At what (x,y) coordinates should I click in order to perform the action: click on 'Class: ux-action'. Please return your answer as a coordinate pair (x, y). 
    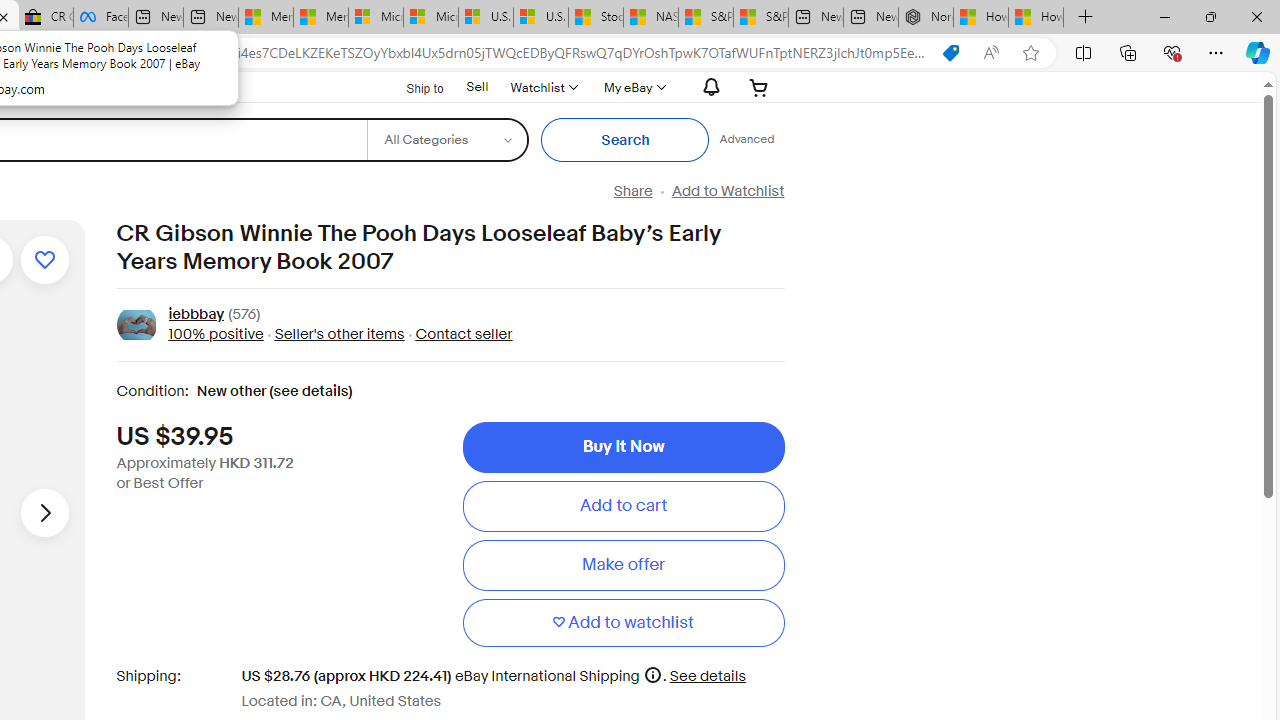
    Looking at the image, I should click on (135, 324).